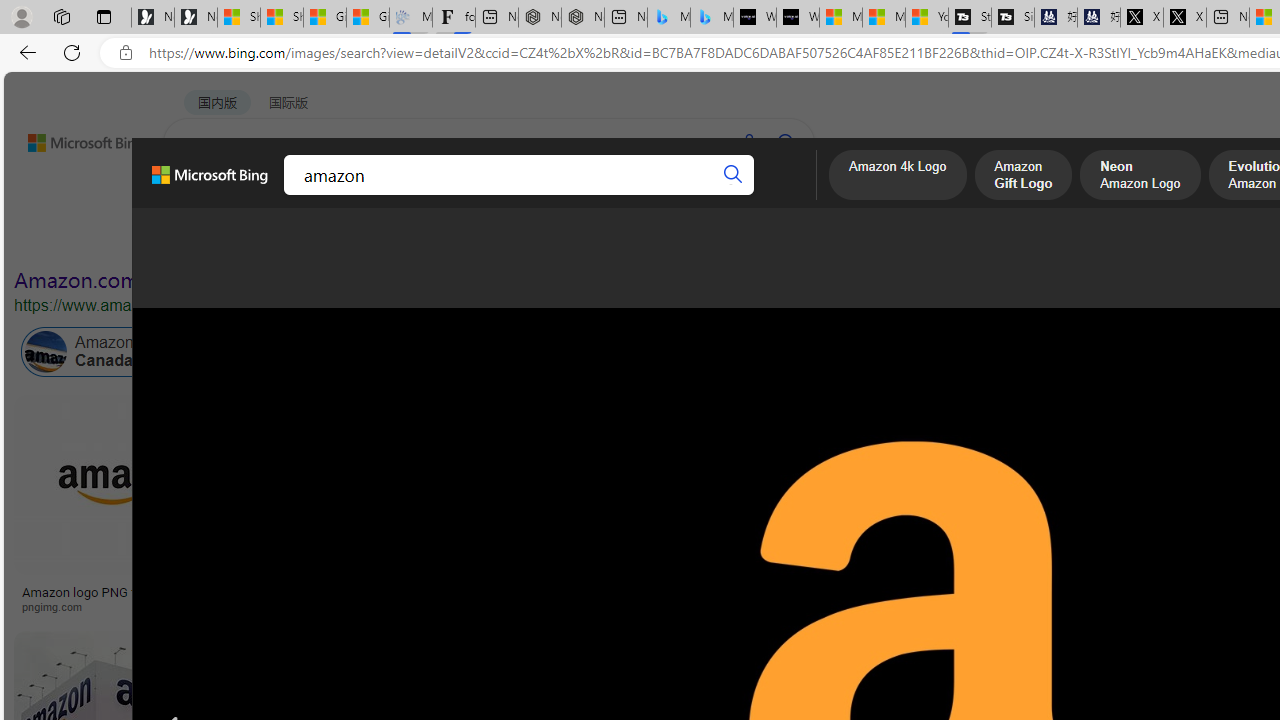 This screenshot has width=1280, height=720. Describe the element at coordinates (58, 605) in the screenshot. I see `'pngimg.com'` at that location.